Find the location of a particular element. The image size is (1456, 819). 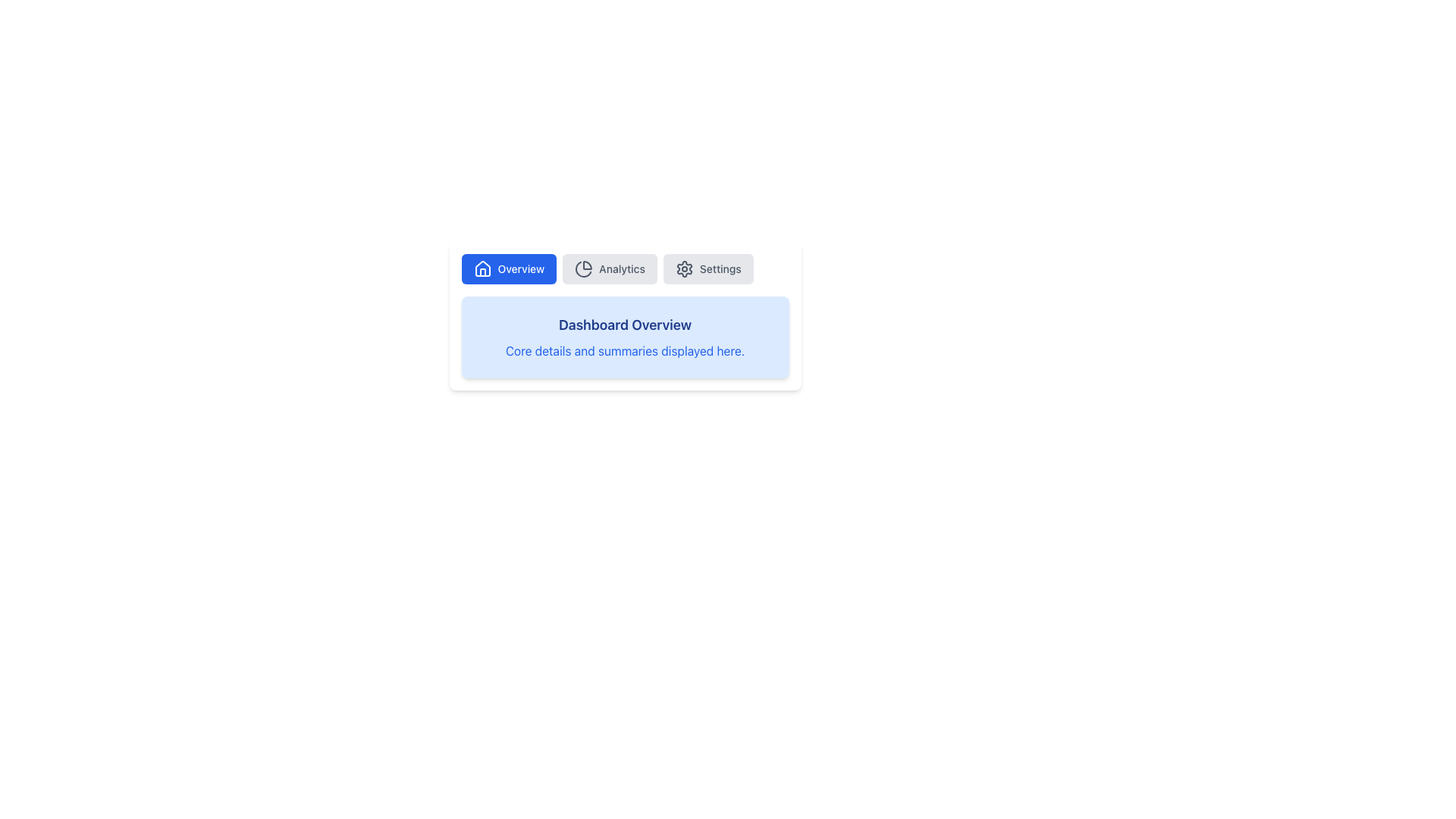

information displayed in the Informational Section located beneath the navigation buttons labeled 'Overview,' 'Analytics,' and 'Settings.' is located at coordinates (625, 315).